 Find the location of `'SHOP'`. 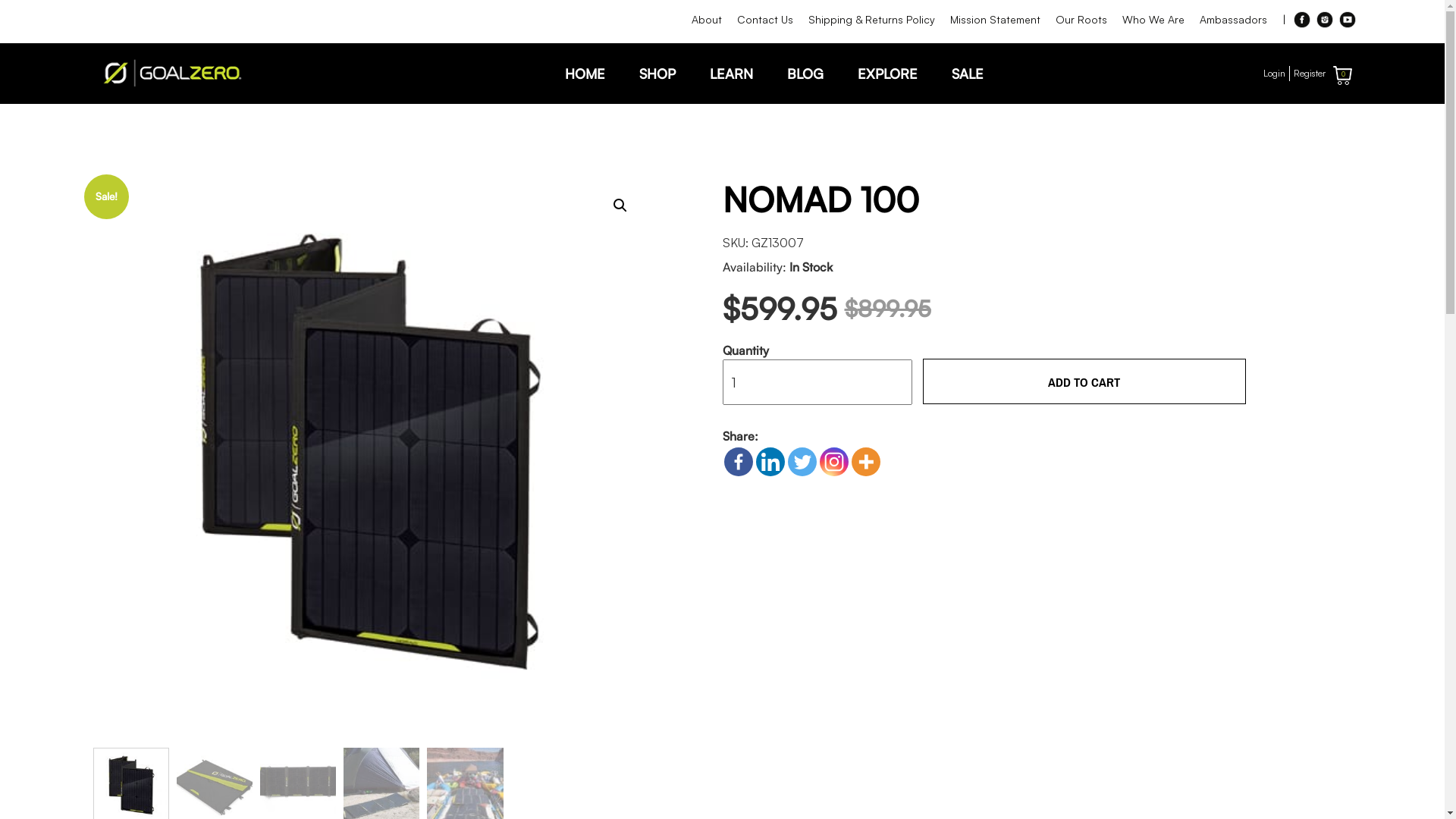

'SHOP' is located at coordinates (656, 73).